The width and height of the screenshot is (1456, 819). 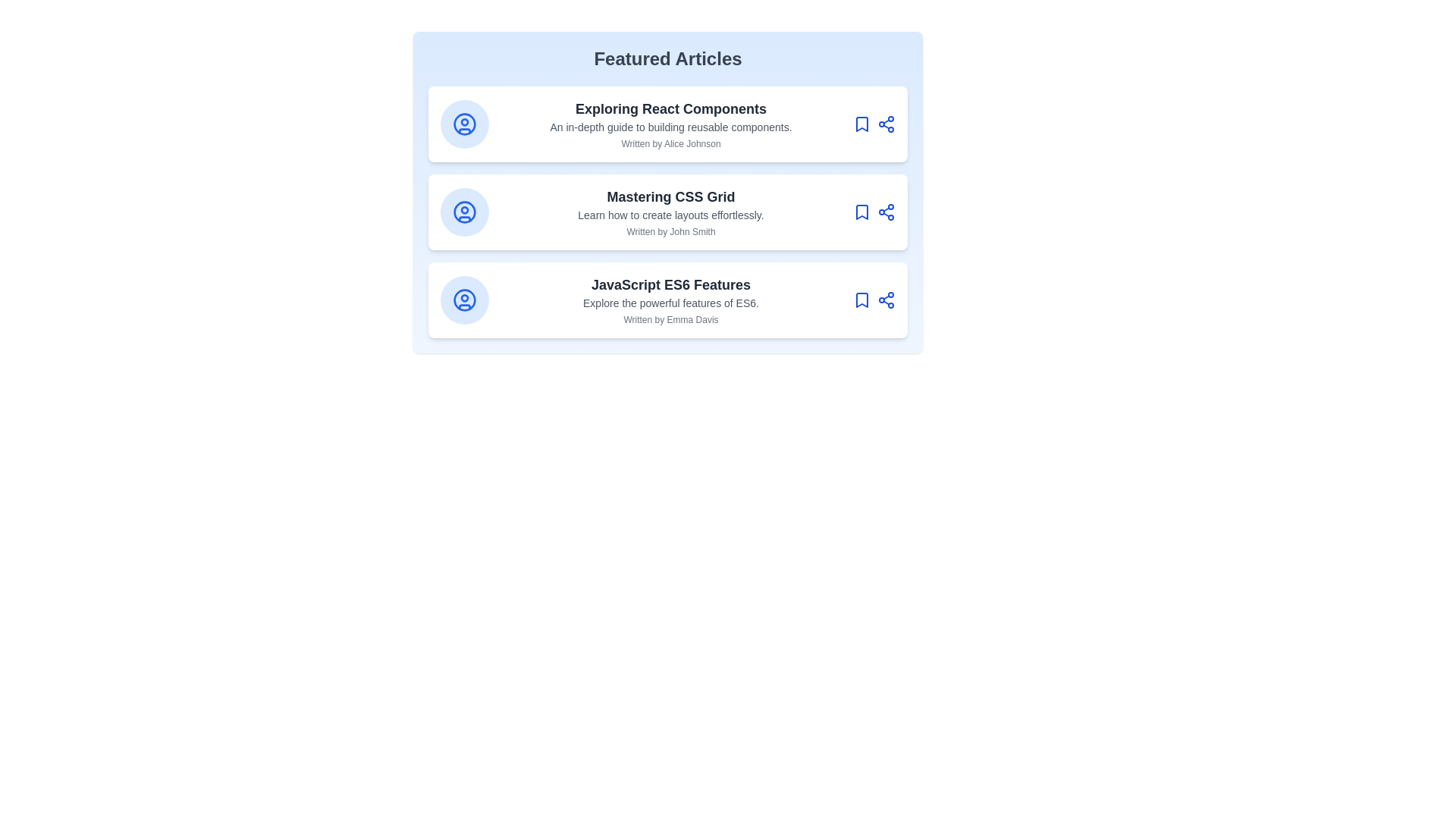 What do you see at coordinates (464, 300) in the screenshot?
I see `user icon on the article card corresponding to JavaScript ES6 Features` at bounding box center [464, 300].